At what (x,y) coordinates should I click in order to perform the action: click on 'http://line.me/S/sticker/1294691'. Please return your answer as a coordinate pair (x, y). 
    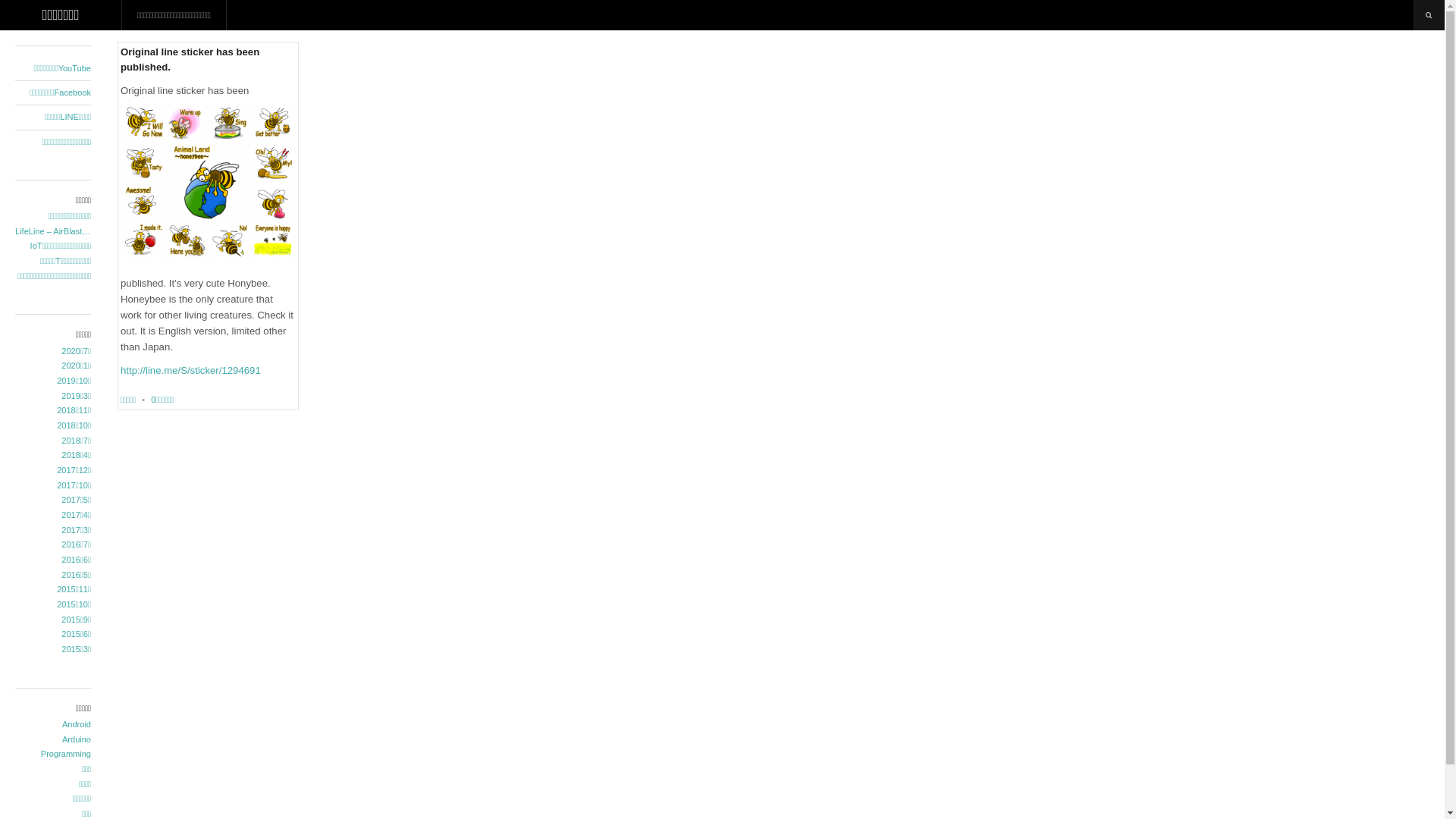
    Looking at the image, I should click on (190, 370).